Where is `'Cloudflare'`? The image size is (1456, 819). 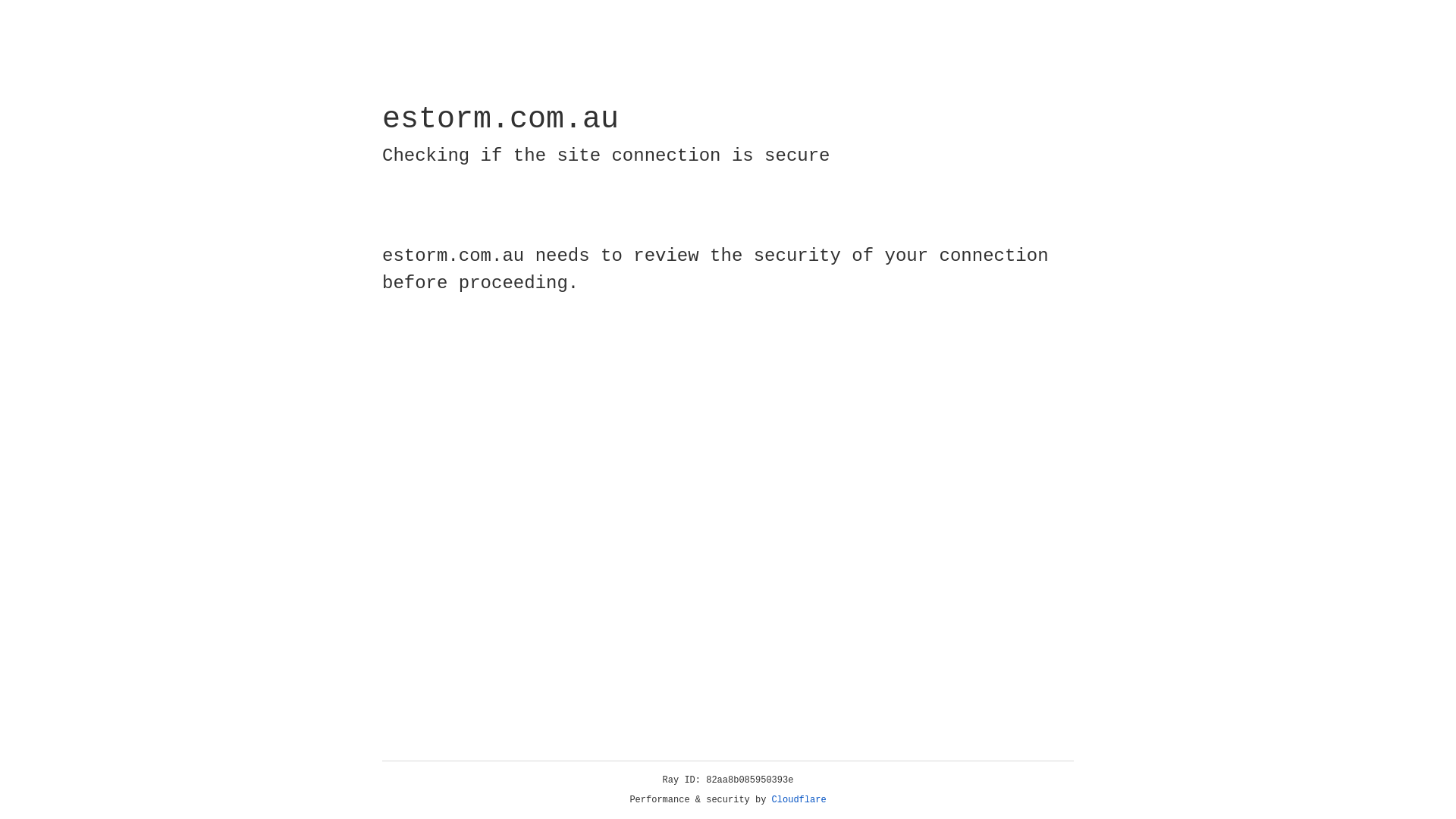
'Cloudflare' is located at coordinates (799, 799).